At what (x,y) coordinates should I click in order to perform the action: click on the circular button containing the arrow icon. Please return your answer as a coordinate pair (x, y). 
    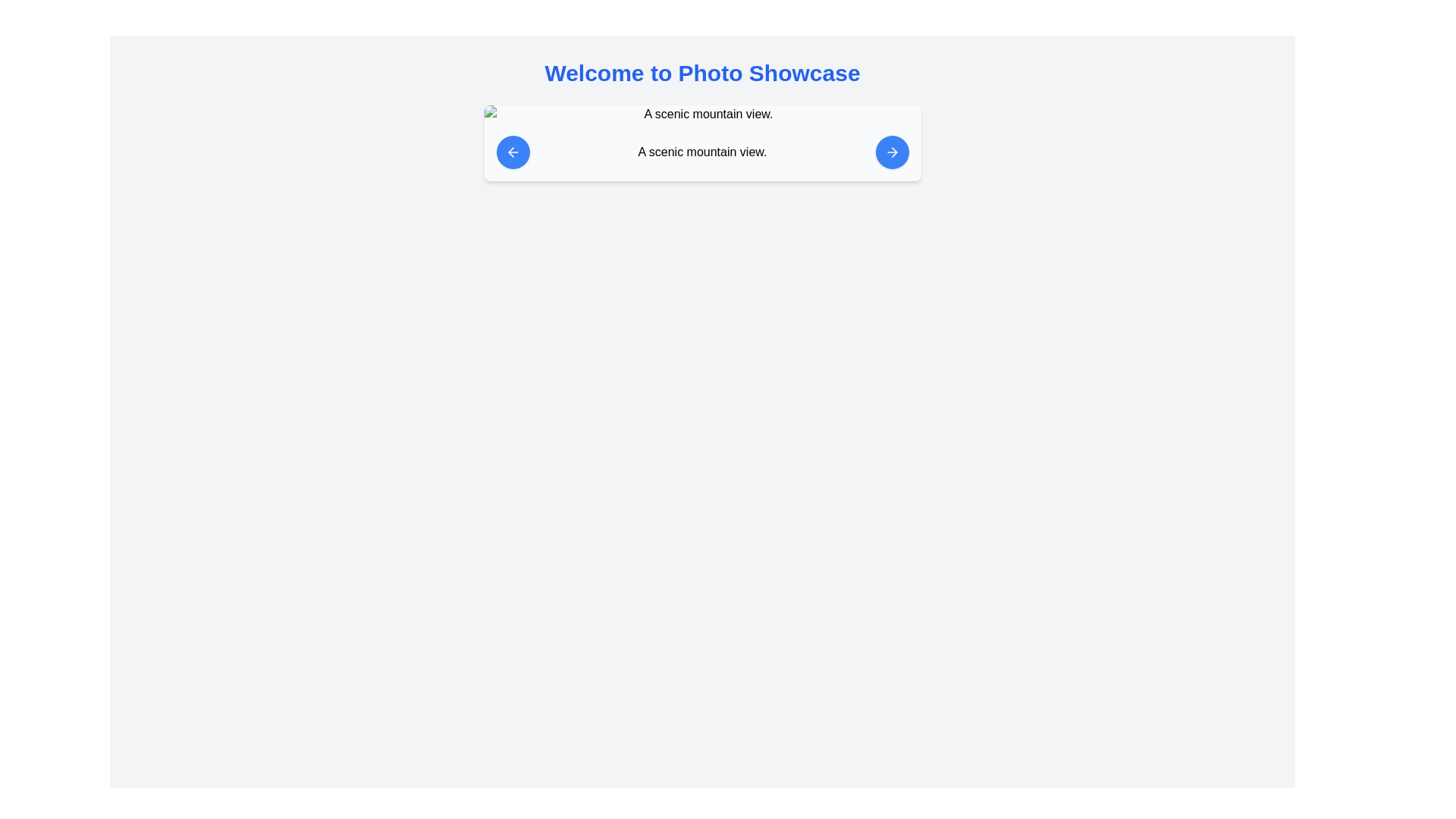
    Looking at the image, I should click on (892, 152).